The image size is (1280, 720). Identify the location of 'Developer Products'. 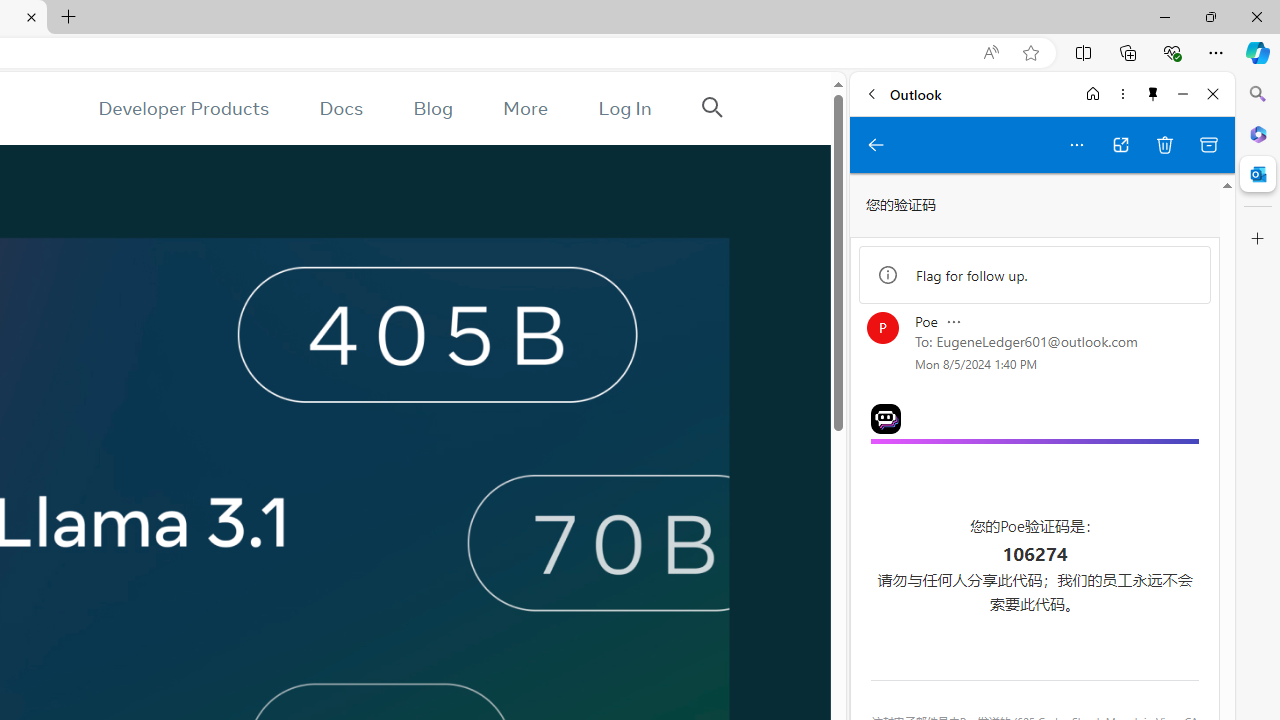
(183, 108).